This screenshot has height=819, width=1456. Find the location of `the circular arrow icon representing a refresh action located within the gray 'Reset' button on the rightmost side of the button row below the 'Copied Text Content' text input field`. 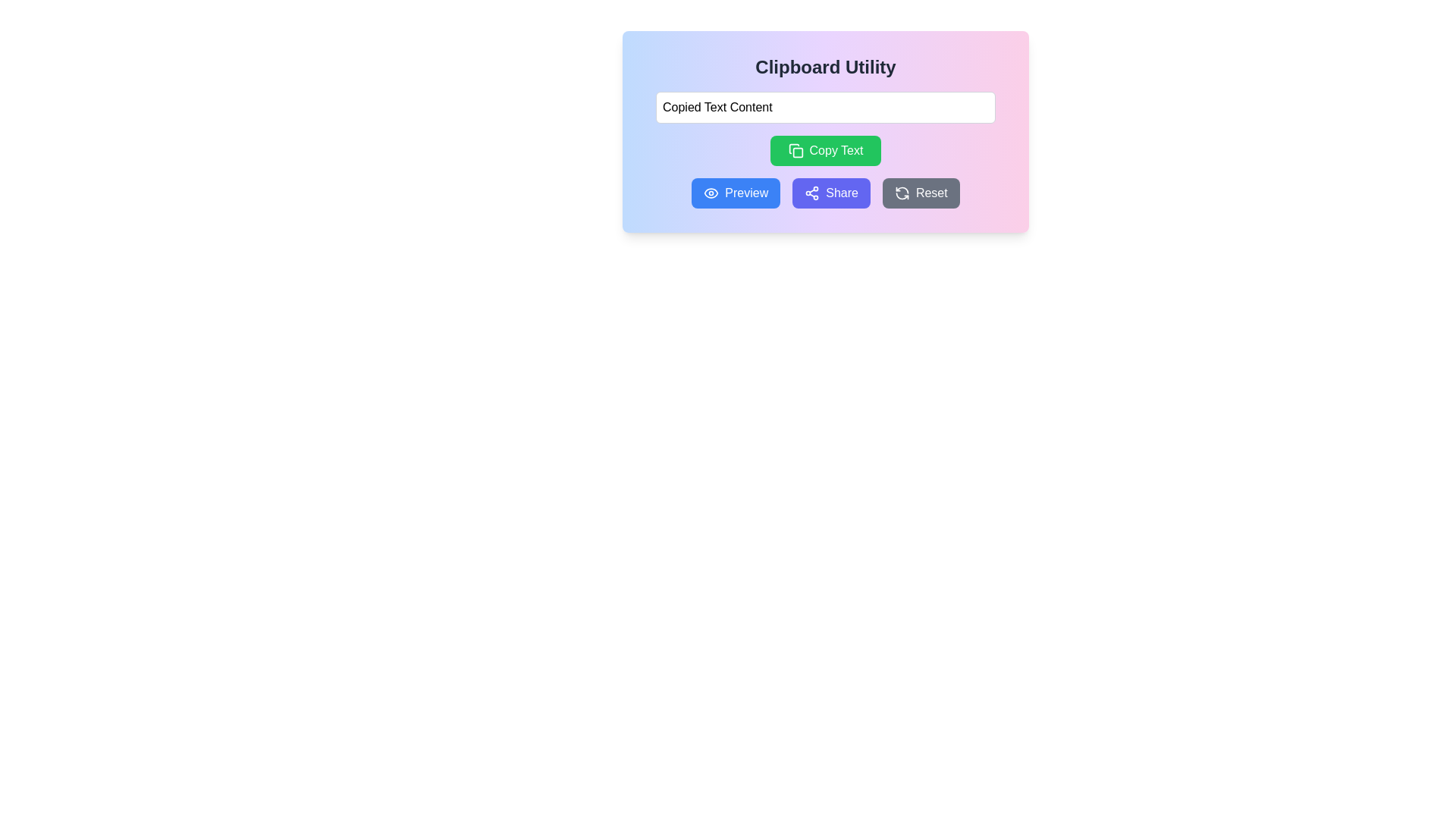

the circular arrow icon representing a refresh action located within the gray 'Reset' button on the rightmost side of the button row below the 'Copied Text Content' text input field is located at coordinates (902, 192).